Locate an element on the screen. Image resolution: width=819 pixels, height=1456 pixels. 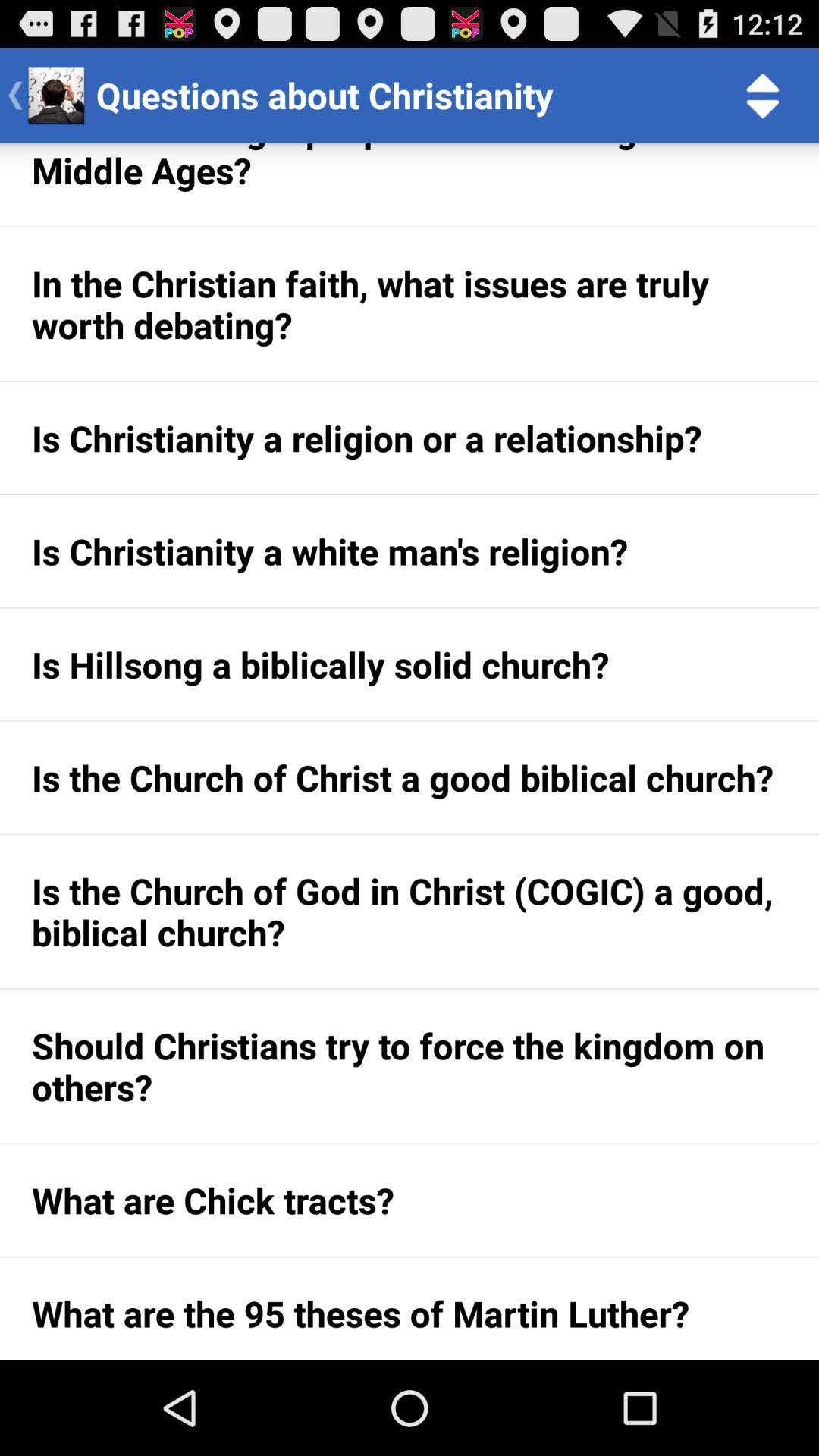
item next to the questions about christianity item is located at coordinates (763, 94).